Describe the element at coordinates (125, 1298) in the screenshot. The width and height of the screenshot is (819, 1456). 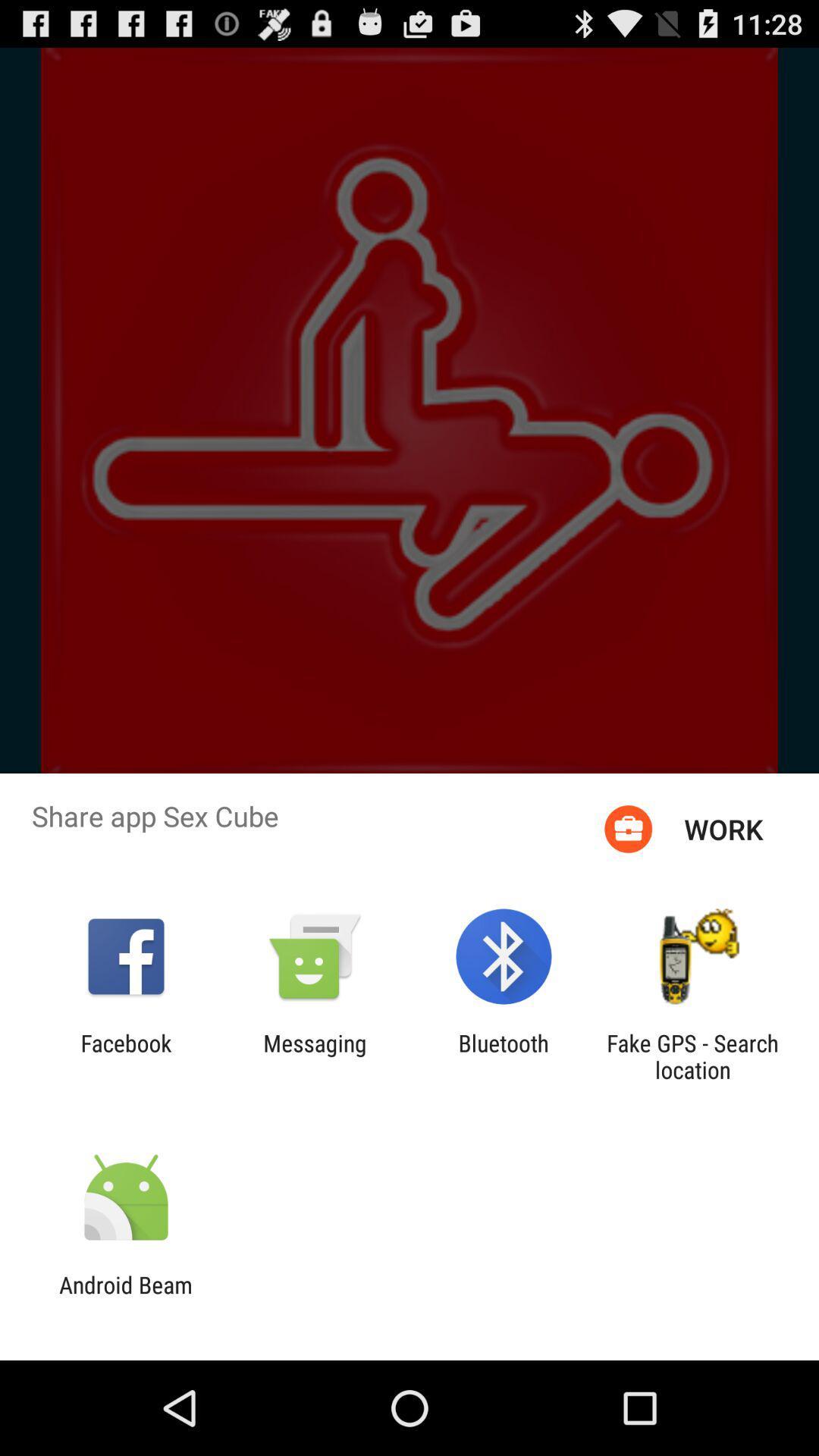
I see `android beam` at that location.